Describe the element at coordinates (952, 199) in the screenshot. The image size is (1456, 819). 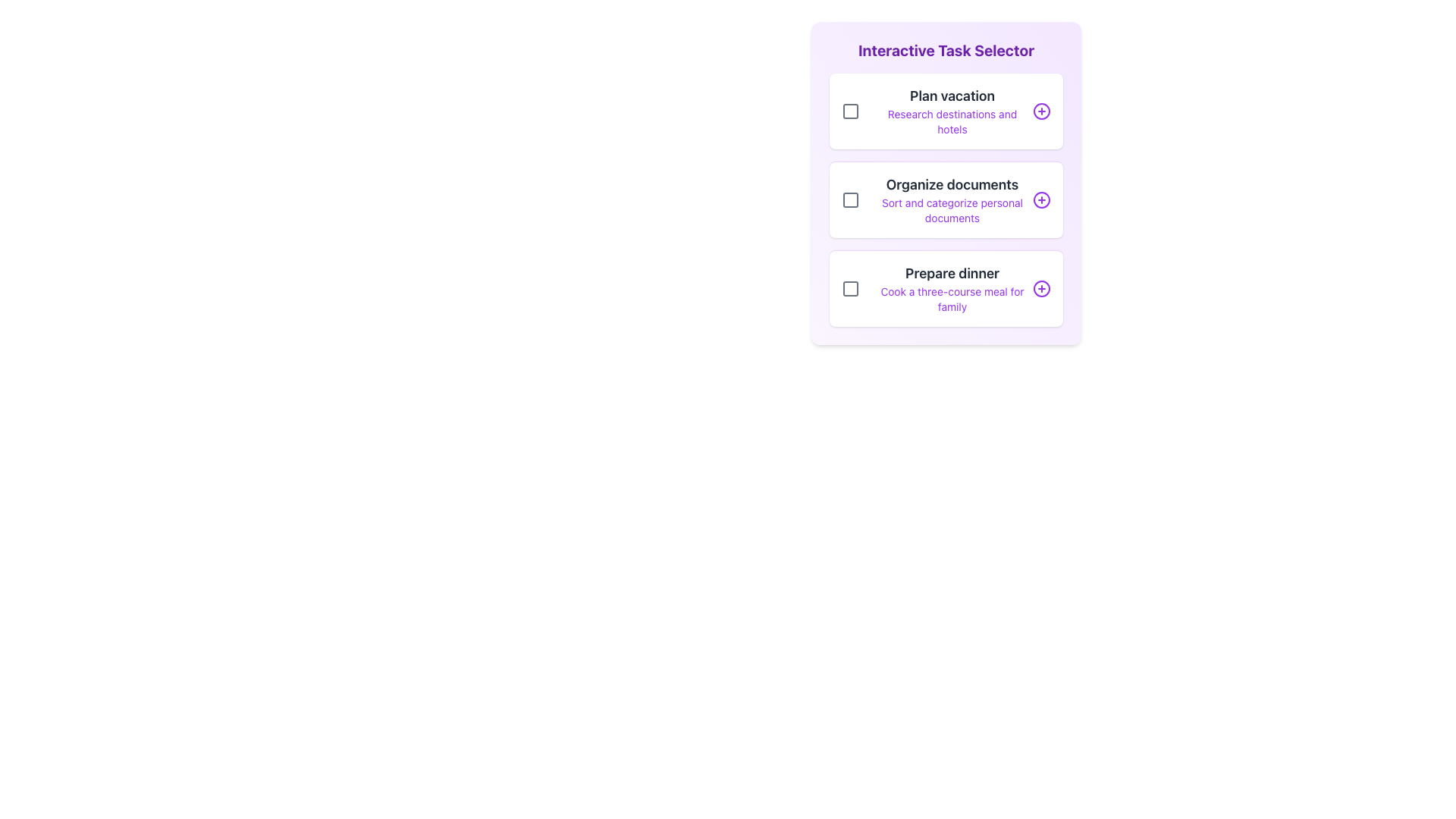
I see `the central text label that serves as a title and subtitle for the 'Organize documents' task, located in the middle card of a vertical stack of three cards` at that location.